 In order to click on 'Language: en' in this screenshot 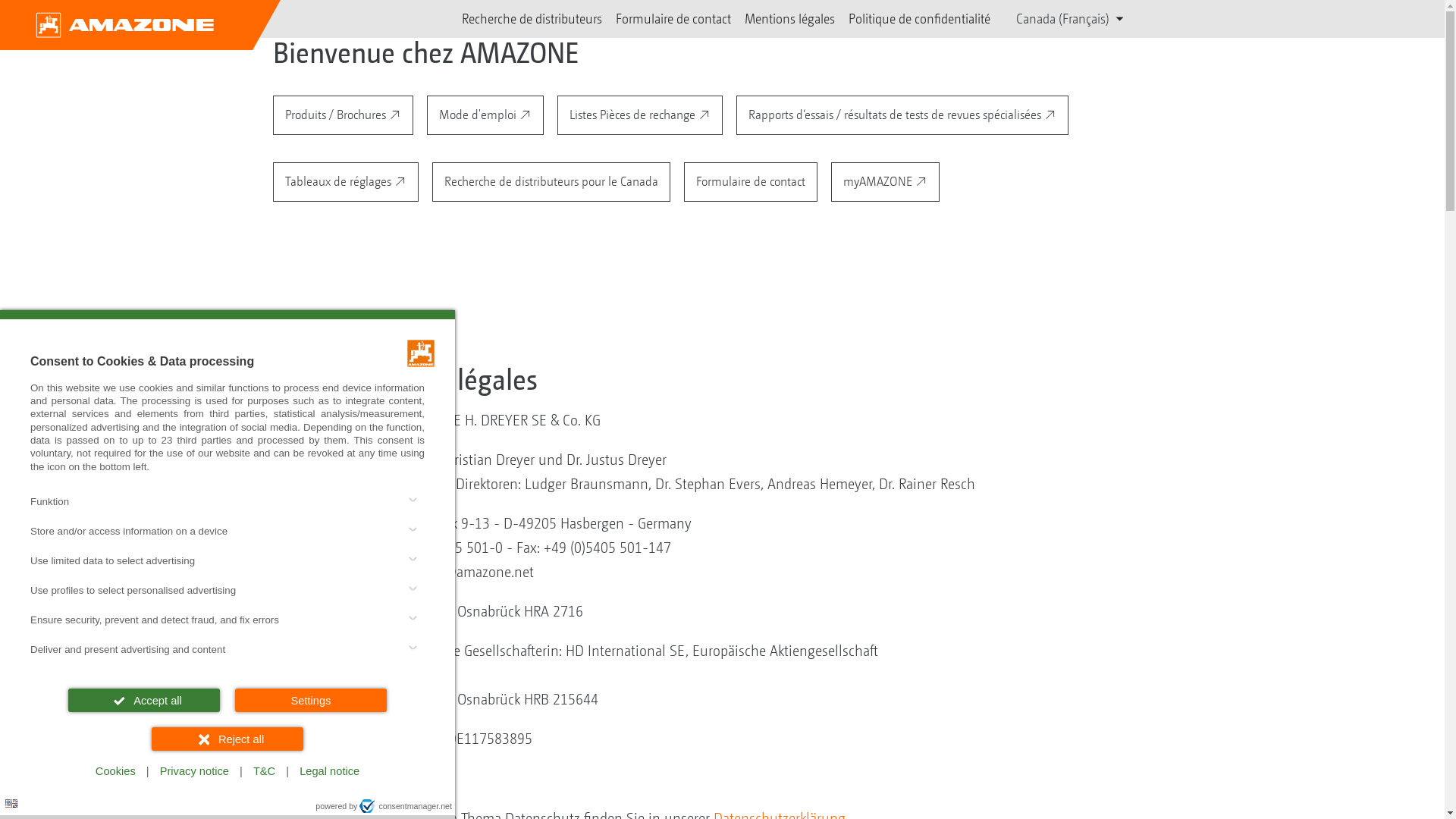, I will do `click(5, 802)`.